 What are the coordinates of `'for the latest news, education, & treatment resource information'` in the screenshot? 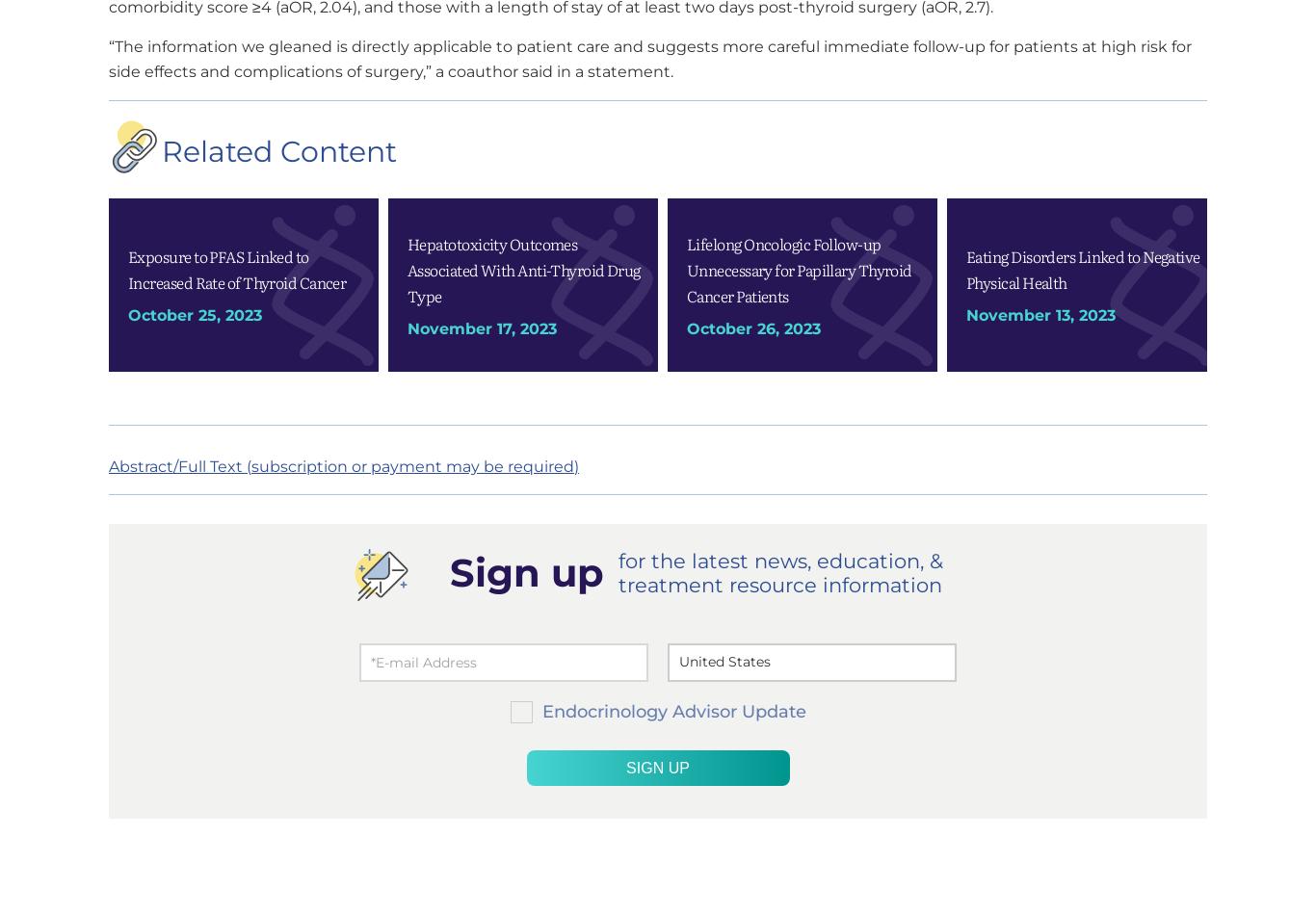 It's located at (779, 572).